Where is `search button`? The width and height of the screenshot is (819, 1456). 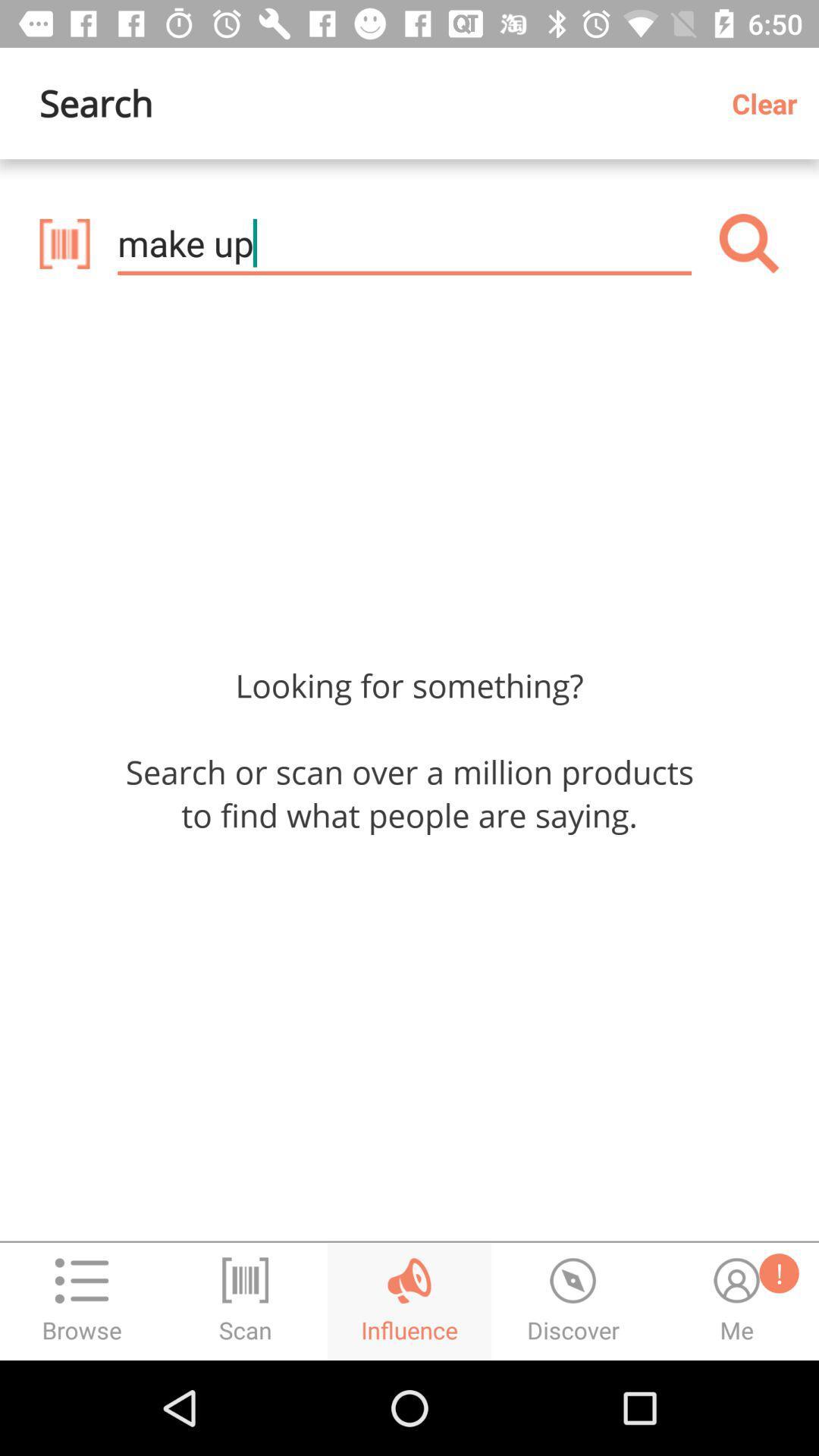
search button is located at coordinates (748, 243).